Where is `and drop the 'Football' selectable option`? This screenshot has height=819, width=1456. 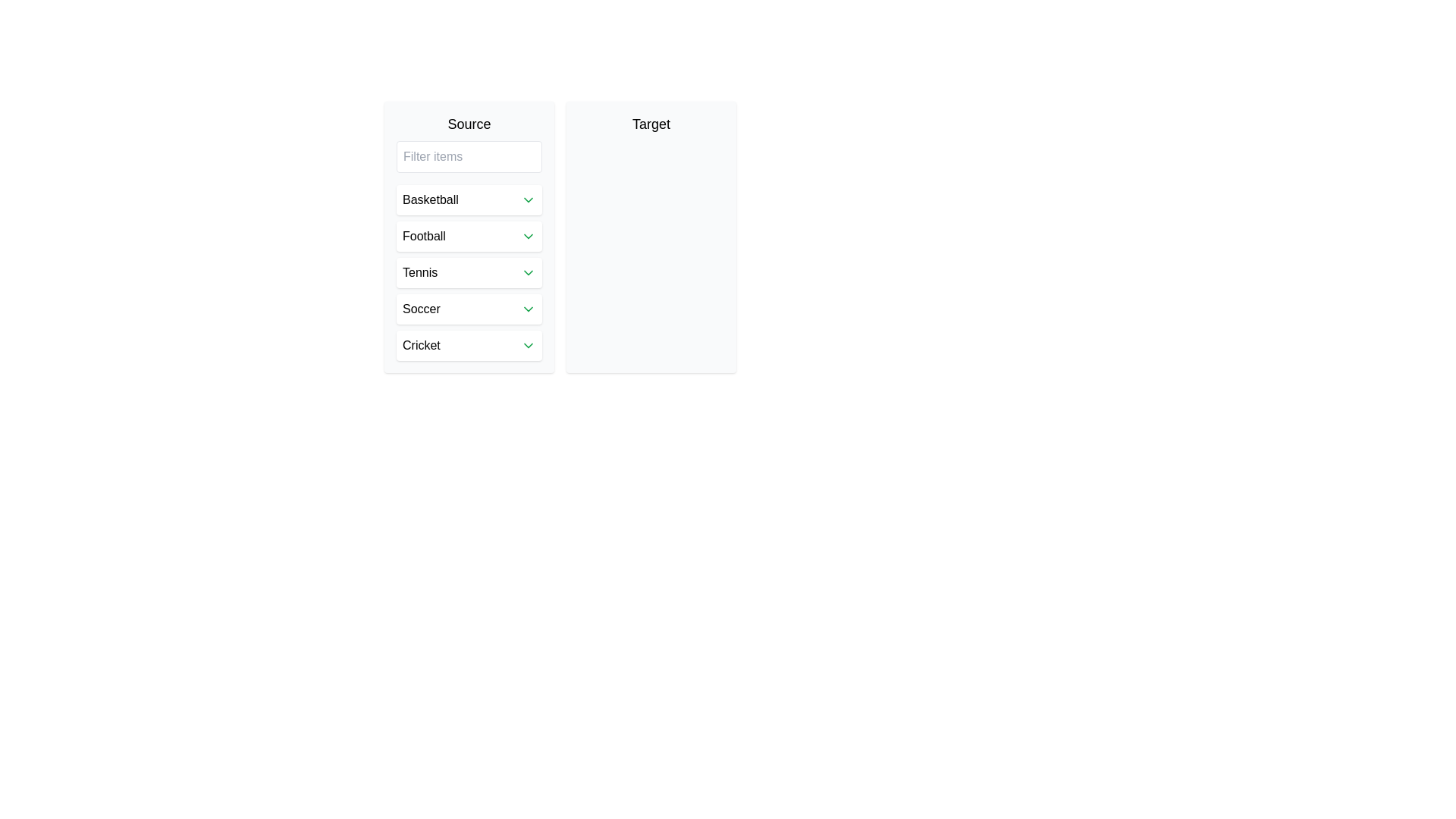 and drop the 'Football' selectable option is located at coordinates (469, 237).